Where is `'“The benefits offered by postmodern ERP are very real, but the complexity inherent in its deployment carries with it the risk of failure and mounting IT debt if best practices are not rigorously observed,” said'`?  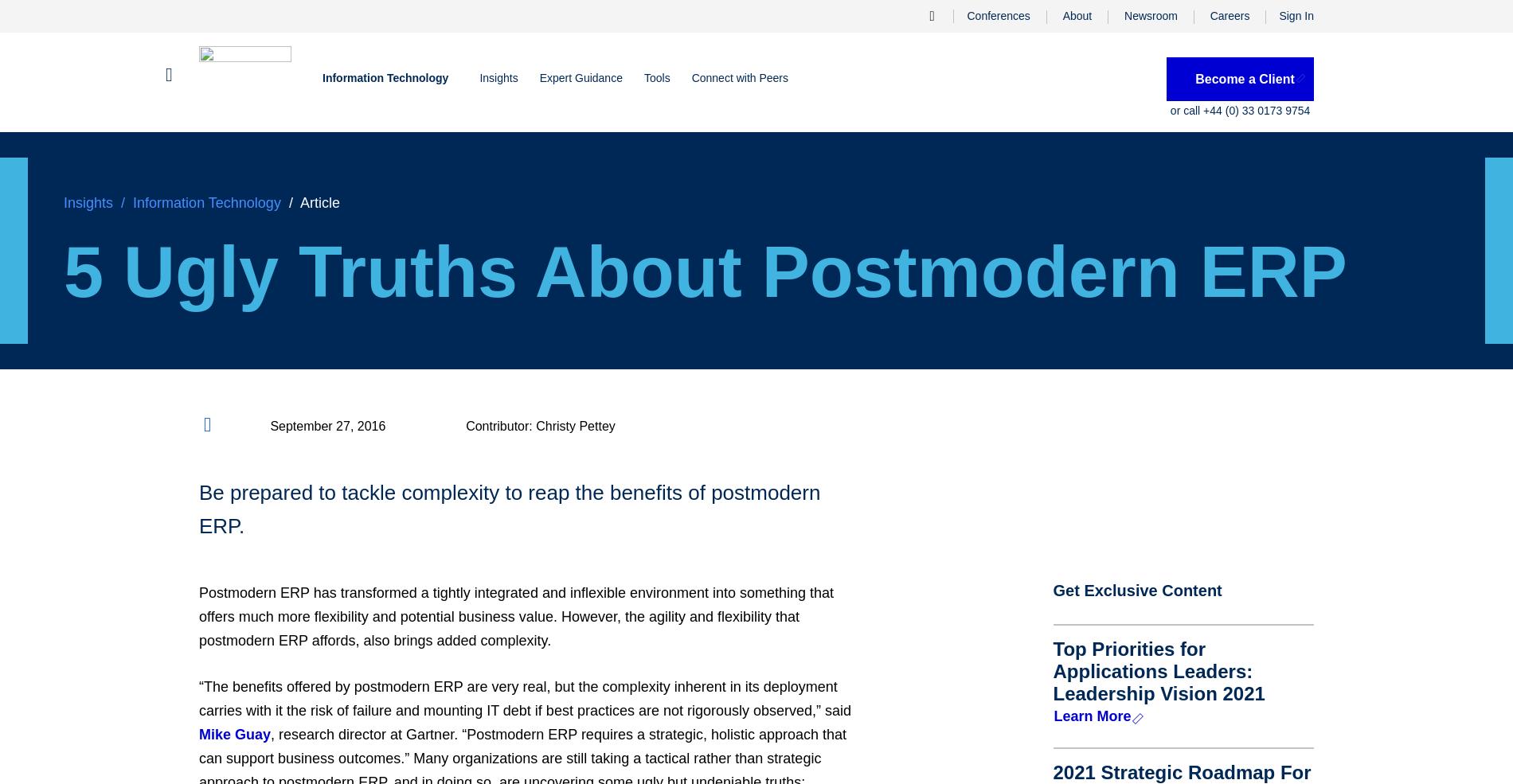
'“The benefits offered by postmodern ERP are very real, but the complexity inherent in its deployment carries with it the risk of failure and mounting IT debt if best practices are not rigorously observed,” said' is located at coordinates (525, 698).